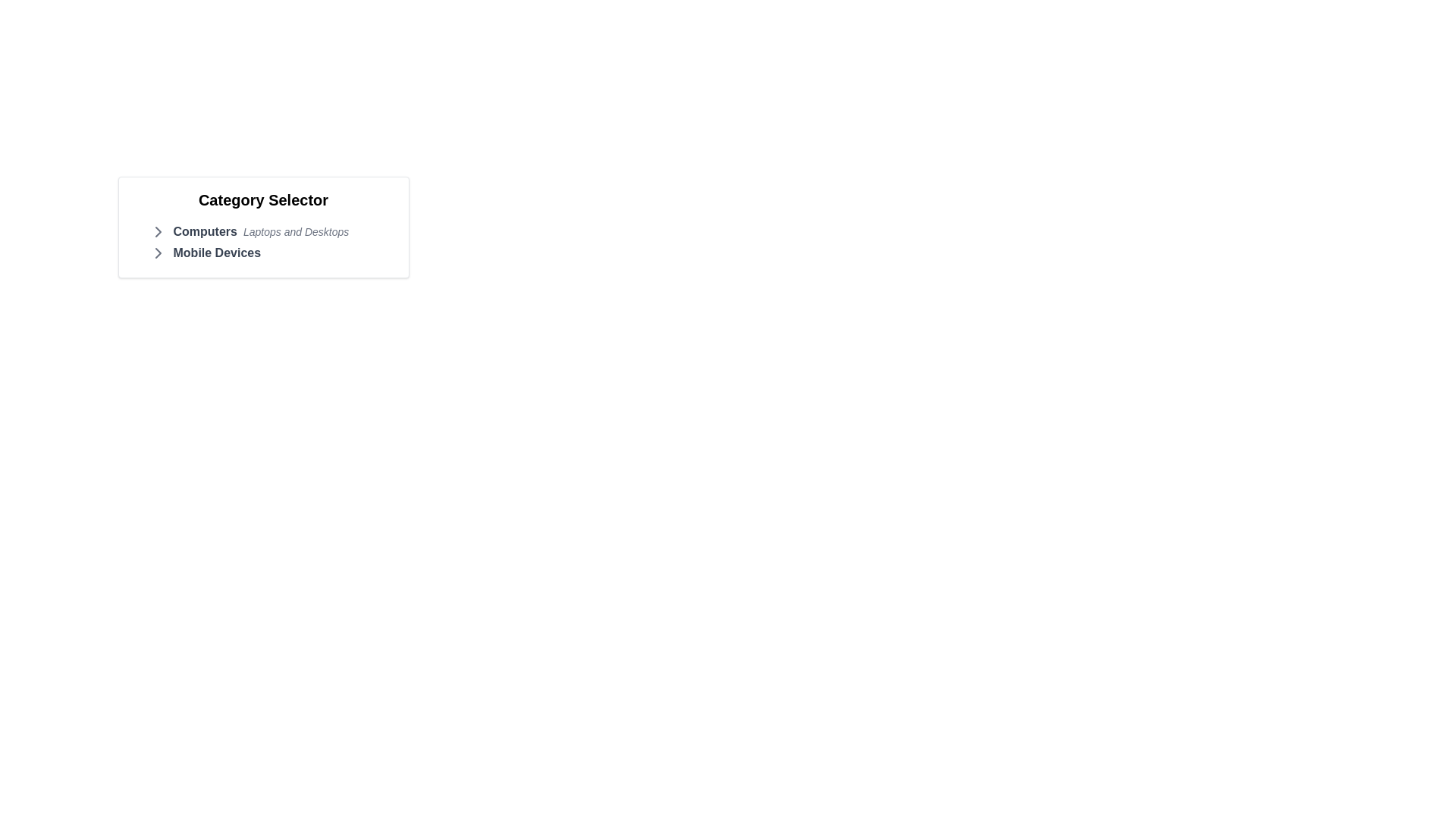 The width and height of the screenshot is (1456, 819). What do you see at coordinates (272, 253) in the screenshot?
I see `the 'Mobile Devices' text label` at bounding box center [272, 253].